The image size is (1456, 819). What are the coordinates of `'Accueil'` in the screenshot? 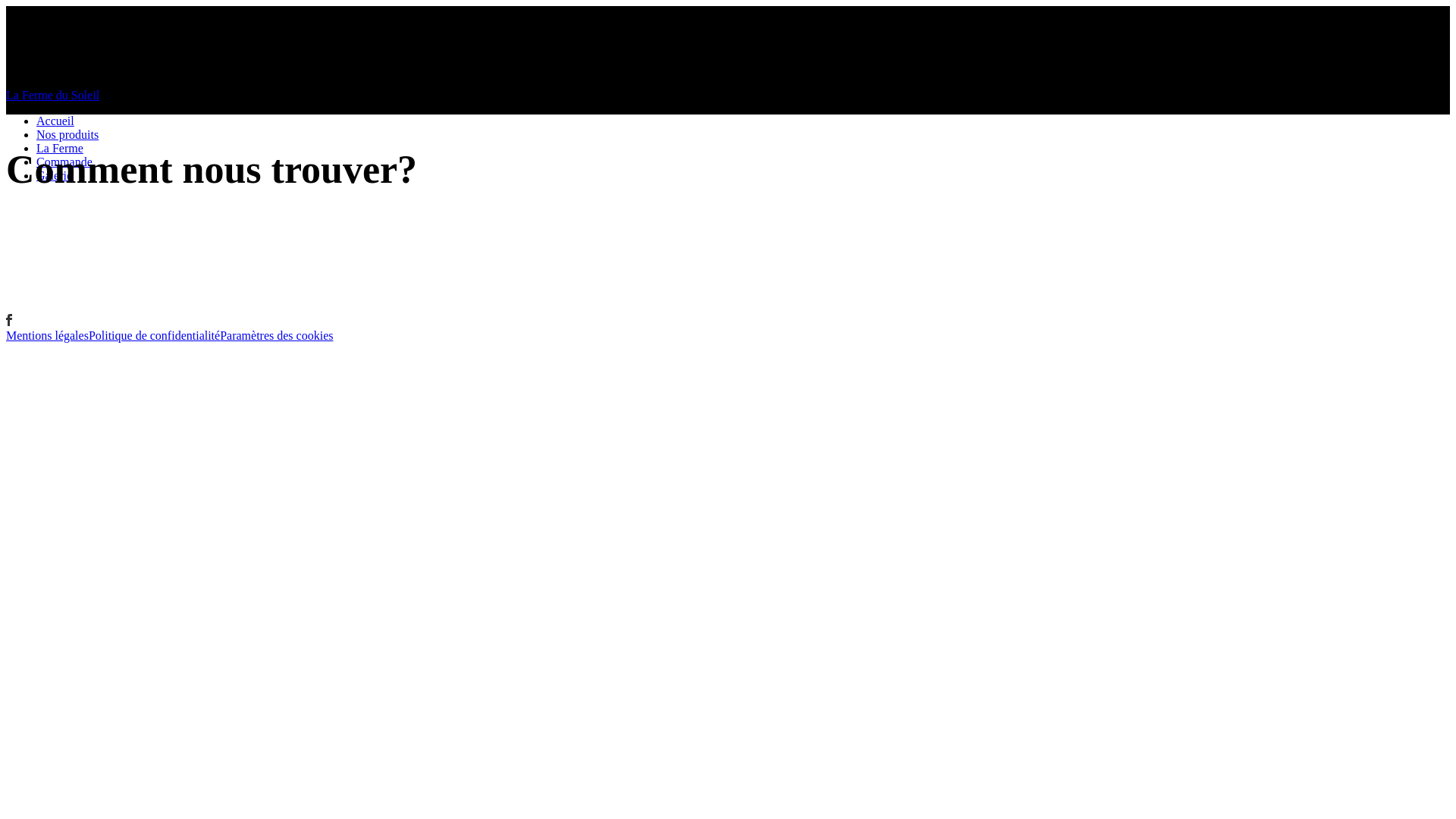 It's located at (36, 120).